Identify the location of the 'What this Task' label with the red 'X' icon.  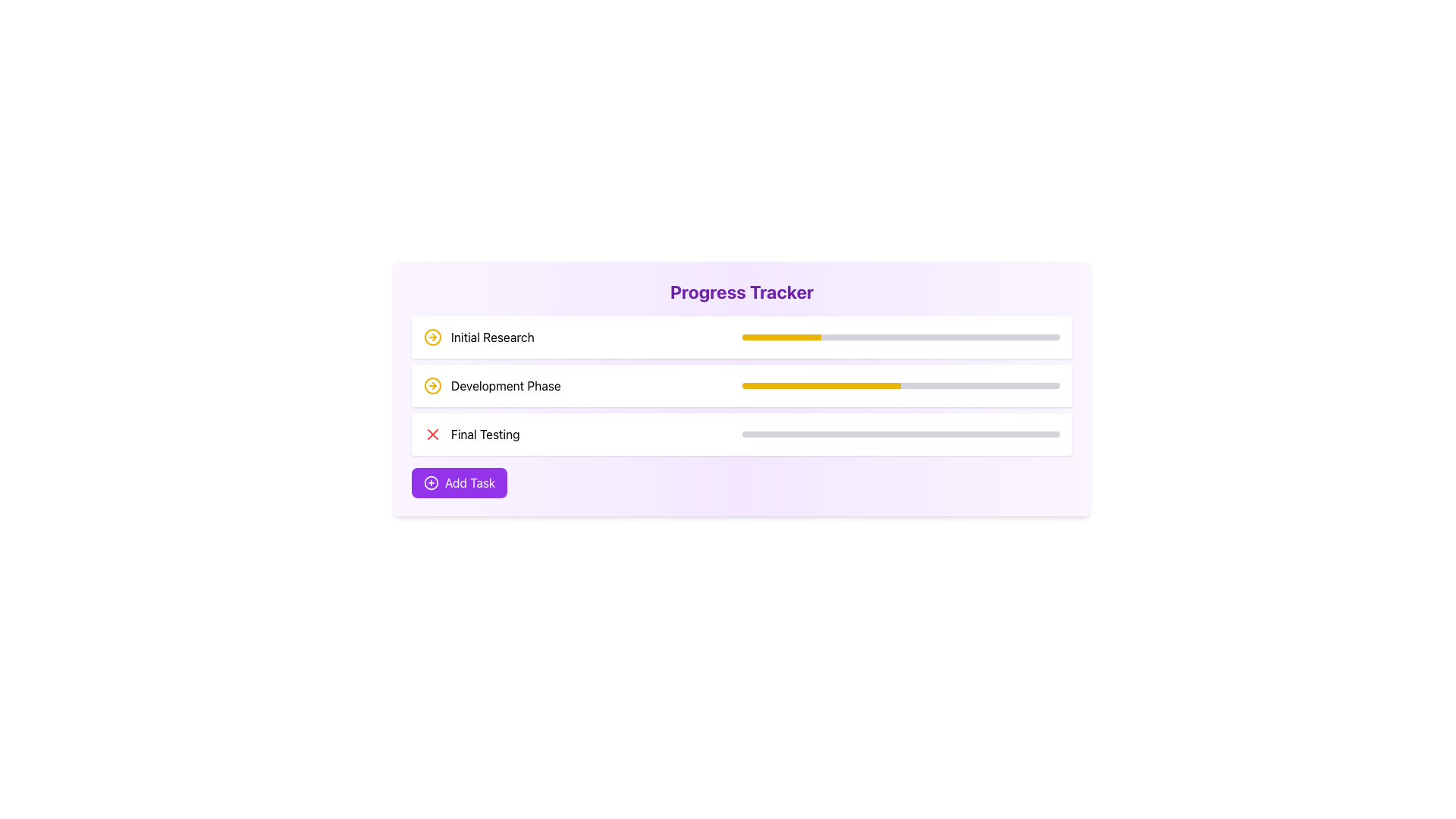
(471, 435).